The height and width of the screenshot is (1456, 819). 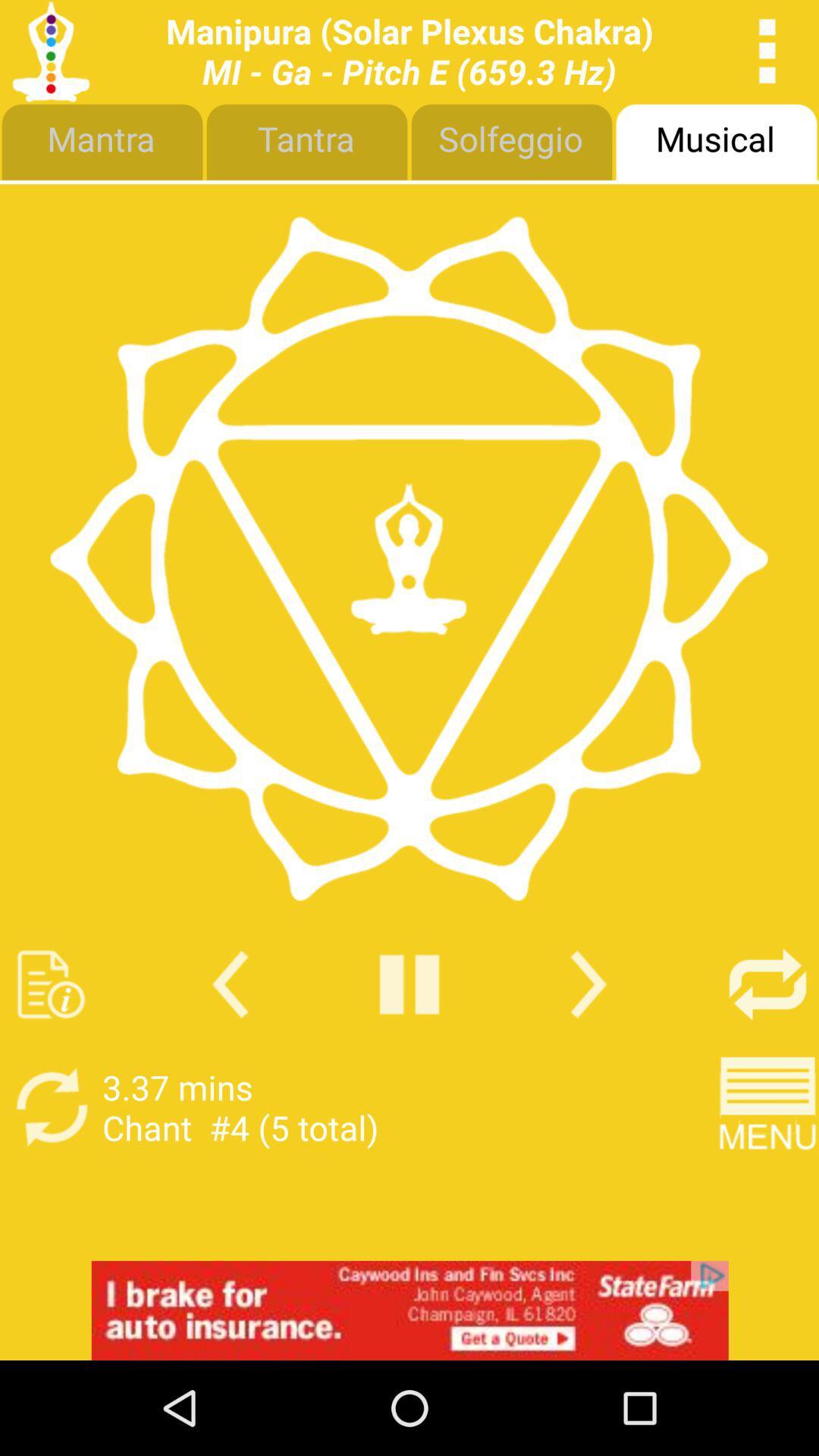 What do you see at coordinates (50, 1053) in the screenshot?
I see `the description icon` at bounding box center [50, 1053].